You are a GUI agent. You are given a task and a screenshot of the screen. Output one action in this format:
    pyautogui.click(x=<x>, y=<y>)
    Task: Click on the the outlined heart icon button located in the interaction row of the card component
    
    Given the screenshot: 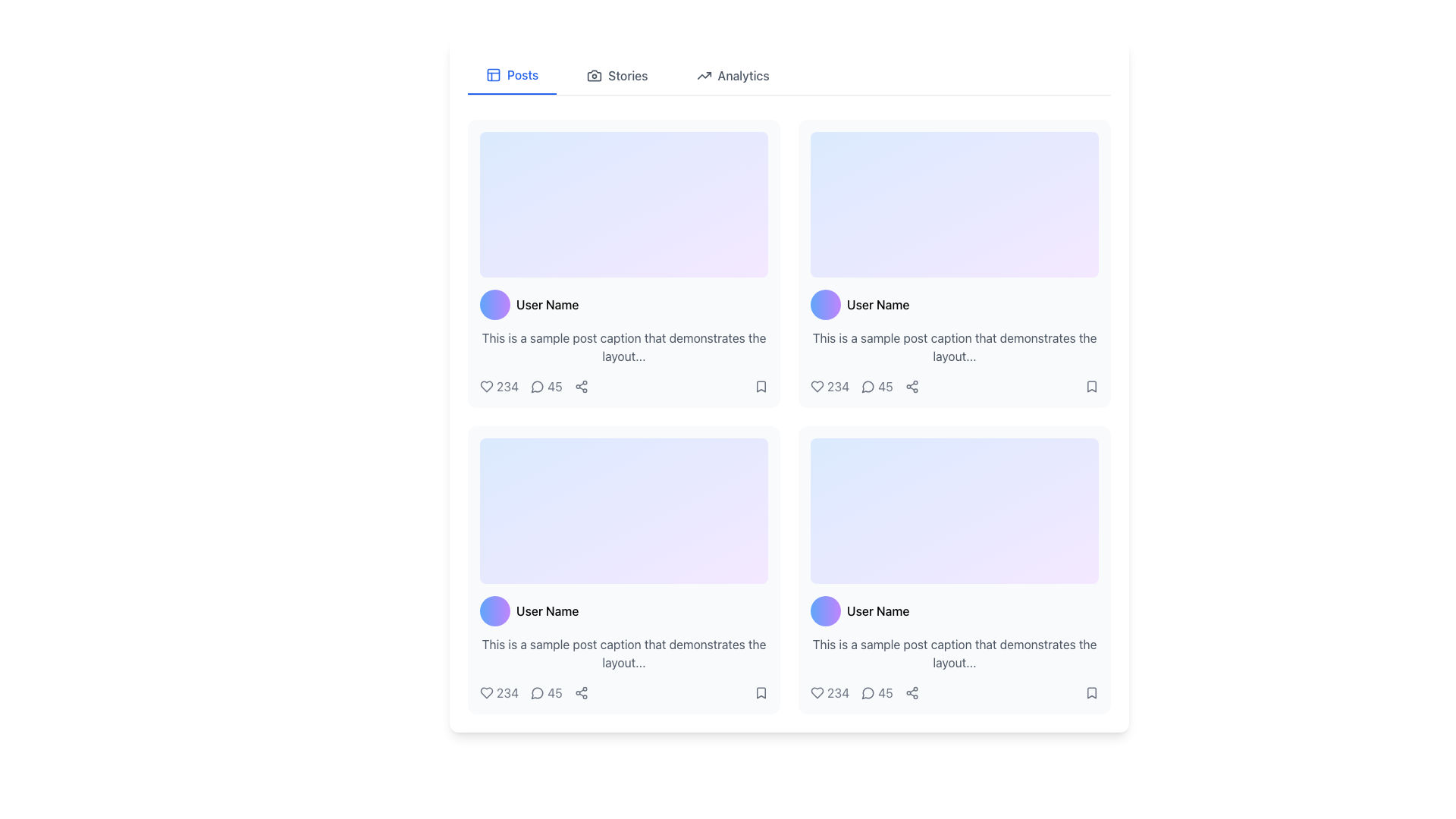 What is the action you would take?
    pyautogui.click(x=817, y=385)
    